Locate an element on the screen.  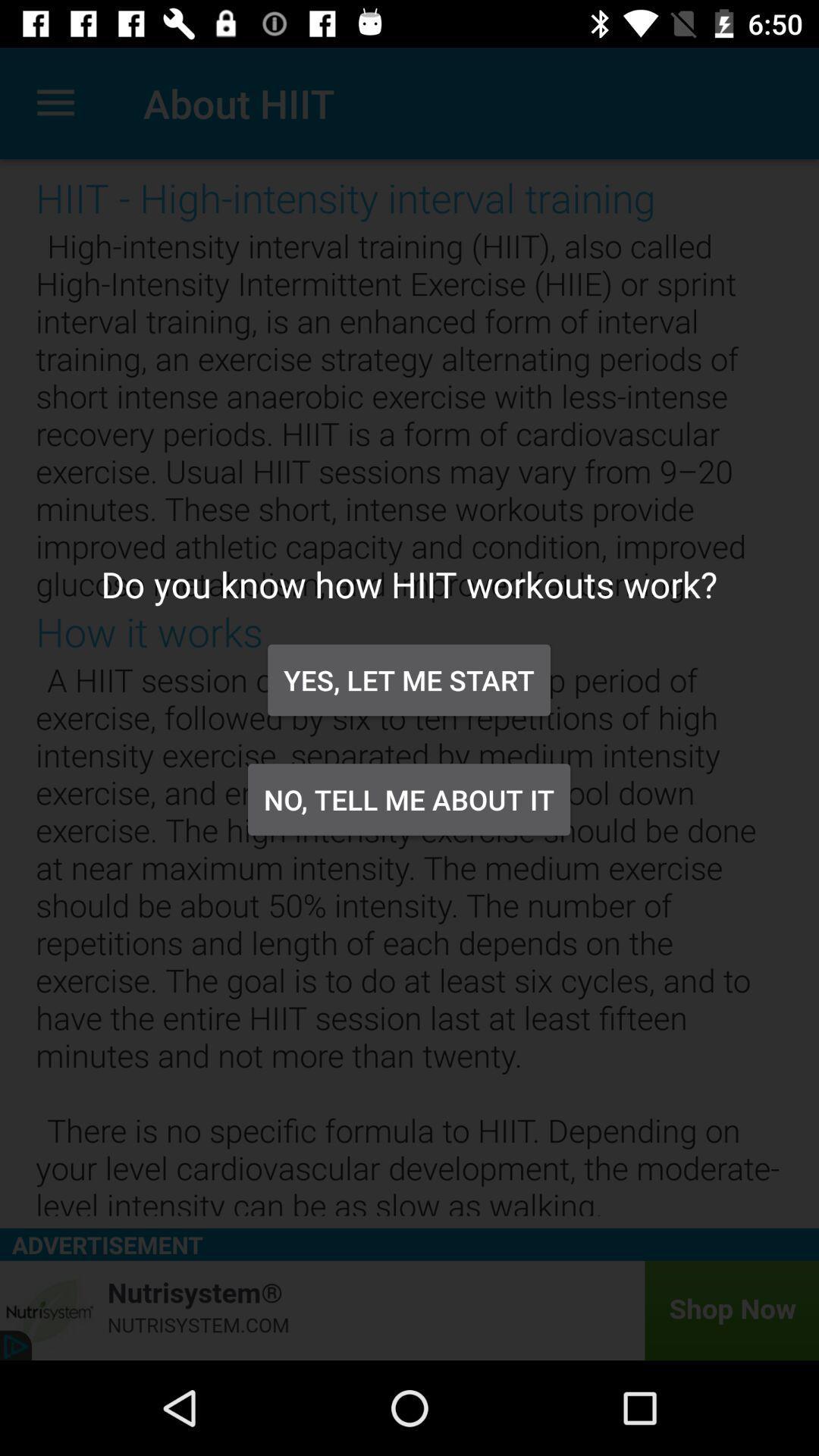
icon below the yes let me is located at coordinates (408, 799).